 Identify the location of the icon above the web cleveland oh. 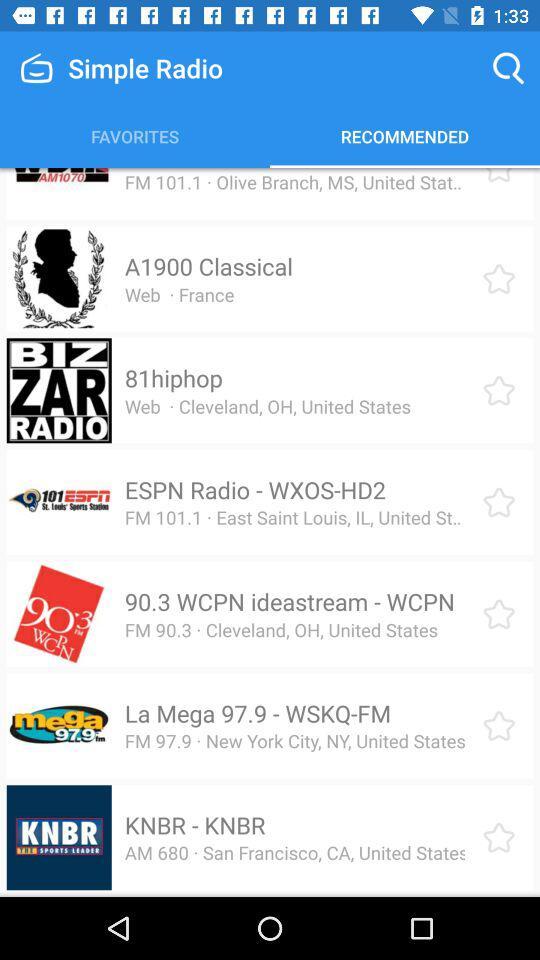
(173, 377).